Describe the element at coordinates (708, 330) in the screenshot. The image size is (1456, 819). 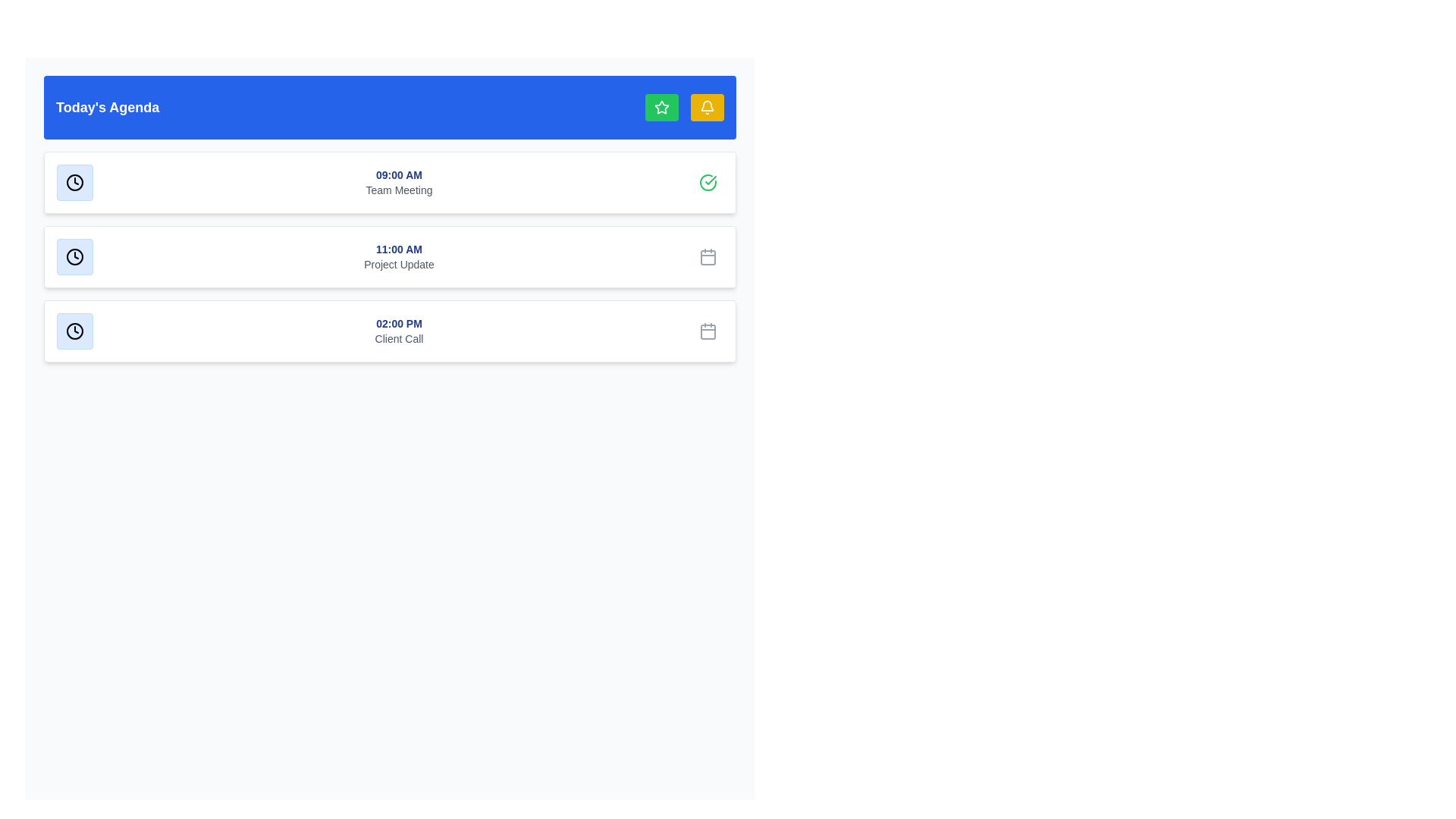
I see `the calendar icon located in the lower right corner of the third row, which is associated with the 'Client Call' scheduled at 2:00 PM` at that location.